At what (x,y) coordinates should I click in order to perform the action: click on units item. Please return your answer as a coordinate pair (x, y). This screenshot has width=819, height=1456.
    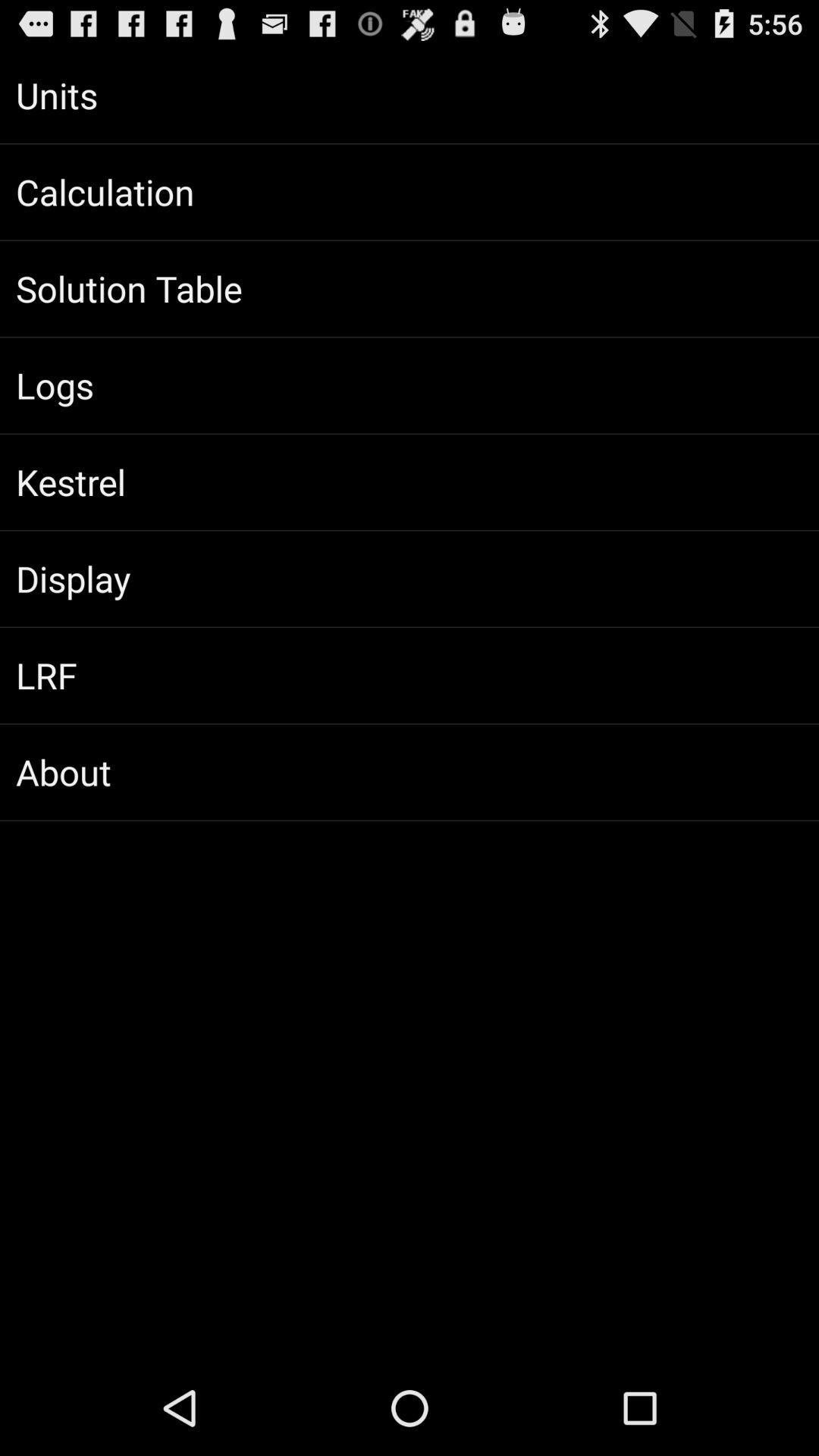
    Looking at the image, I should click on (409, 94).